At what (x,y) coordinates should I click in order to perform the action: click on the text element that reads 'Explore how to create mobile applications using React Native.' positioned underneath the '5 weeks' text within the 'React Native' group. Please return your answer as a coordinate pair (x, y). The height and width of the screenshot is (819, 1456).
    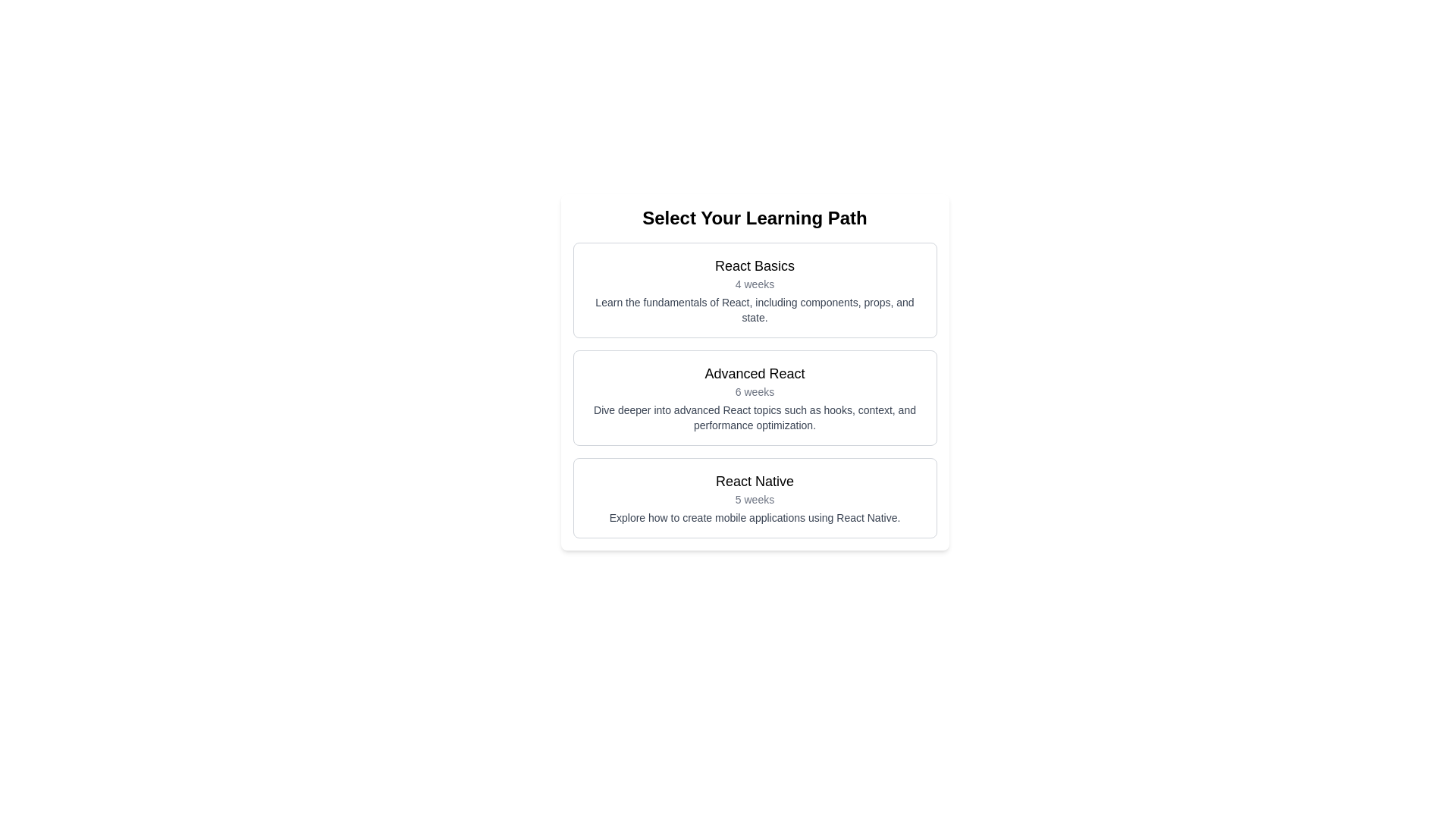
    Looking at the image, I should click on (755, 516).